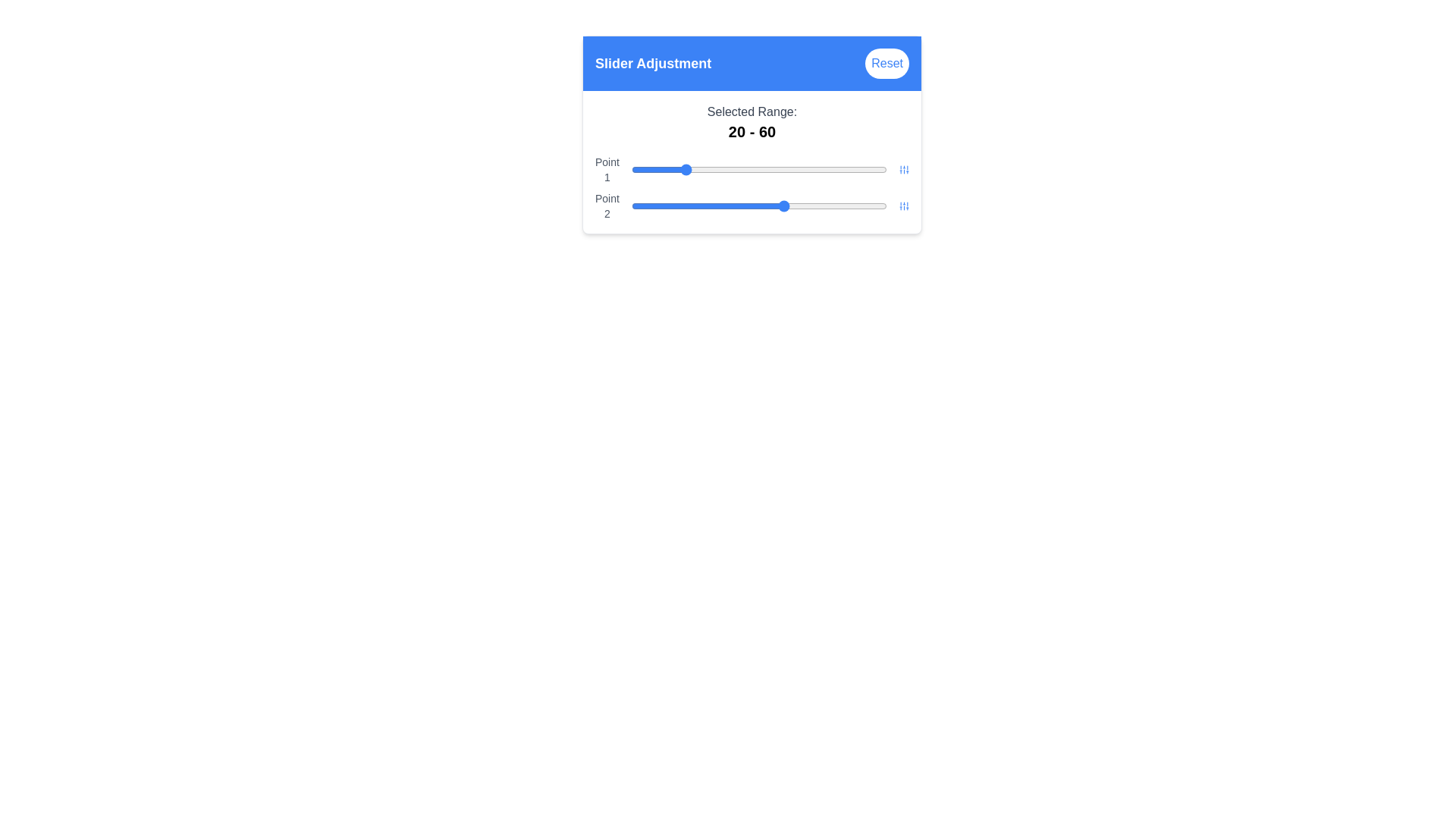 The height and width of the screenshot is (819, 1456). Describe the element at coordinates (759, 206) in the screenshot. I see `the horizontal range slider located under the label 'Point 2'` at that location.